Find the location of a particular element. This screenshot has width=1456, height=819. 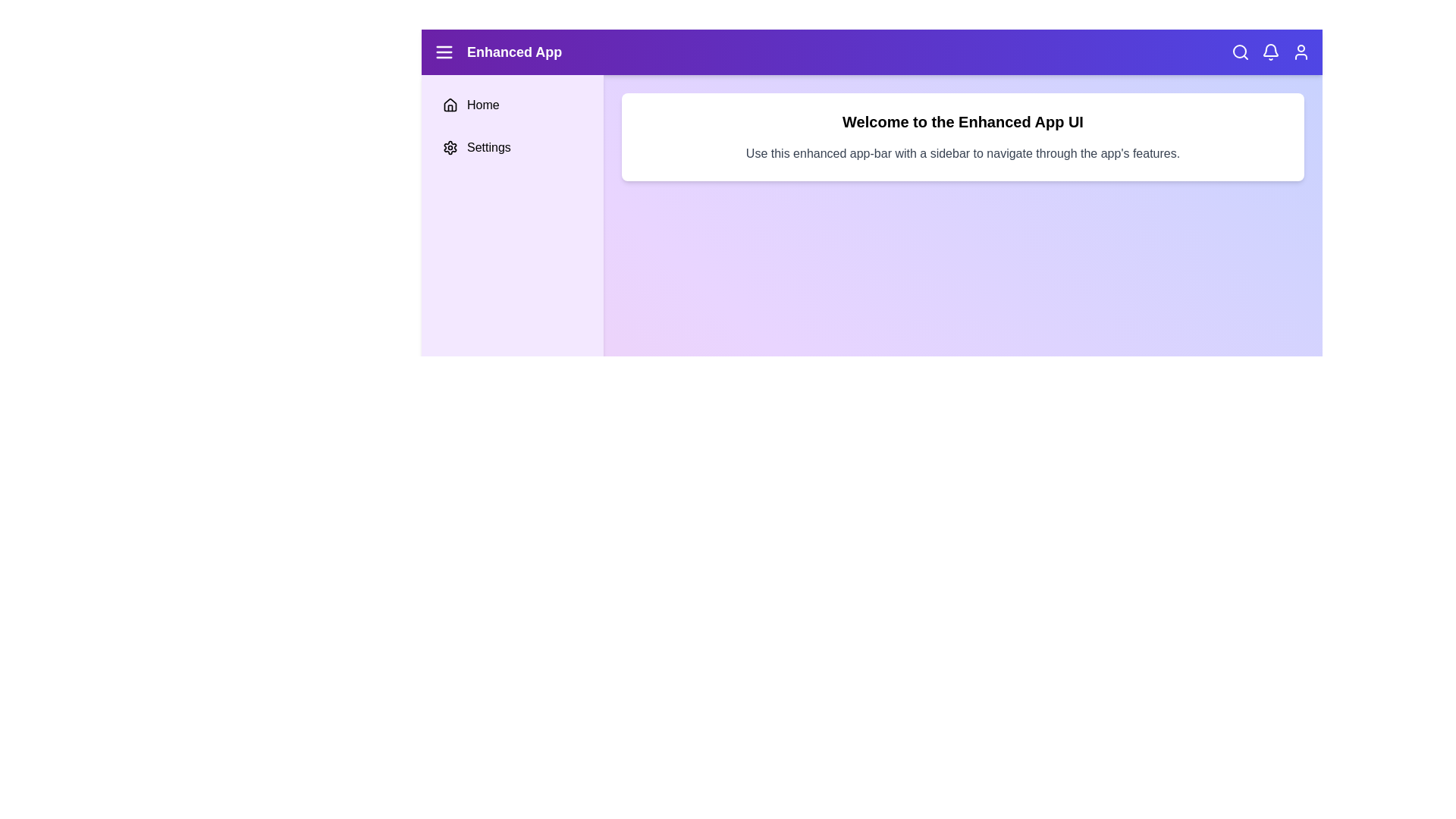

the search icon to initiate a search is located at coordinates (1241, 52).